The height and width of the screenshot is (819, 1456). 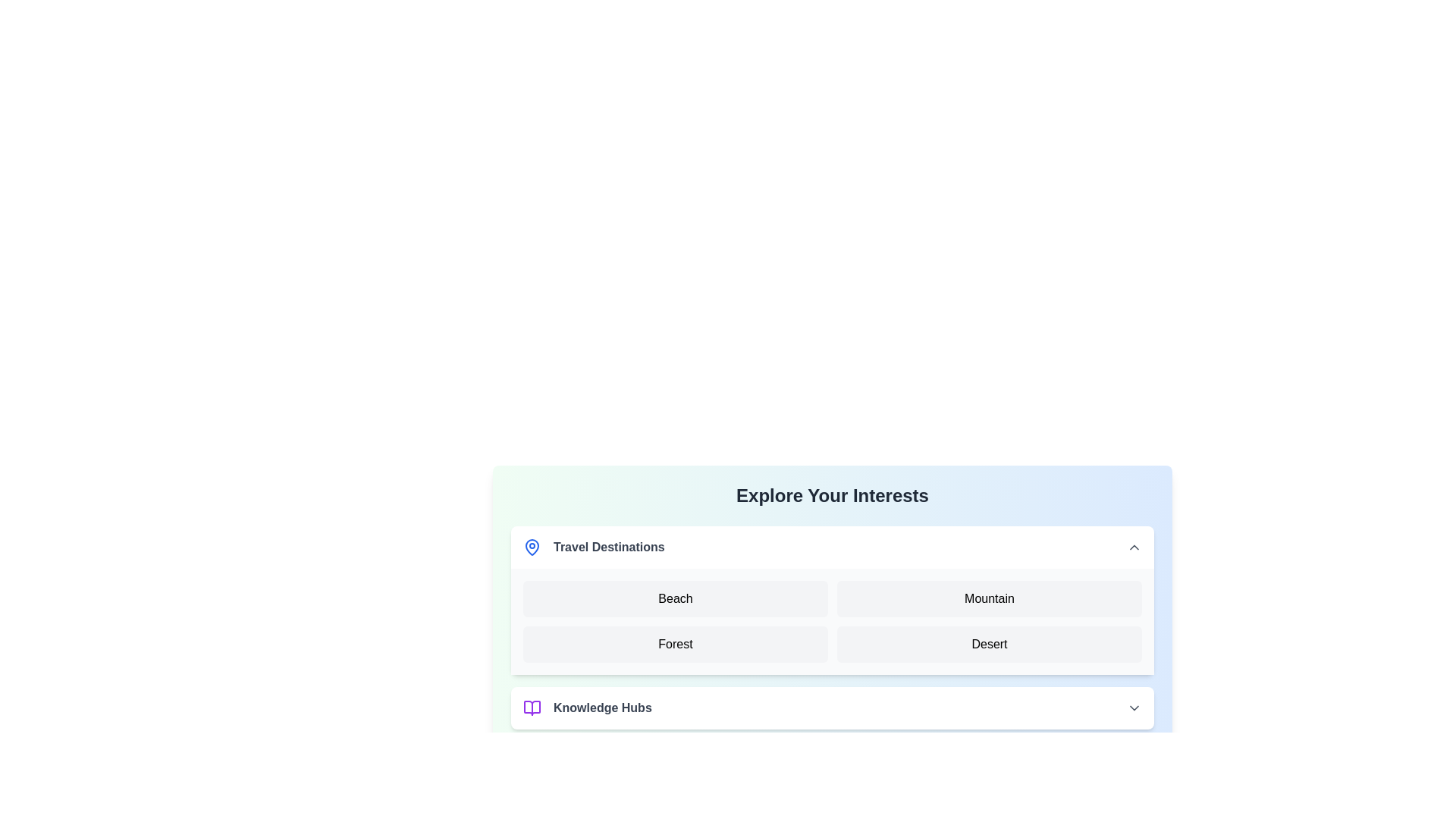 I want to click on the 'Mountain' button, which is a rounded rectangle with bold black text centered on a light gray background, located in the second column of the top row of a grid layout, so click(x=990, y=598).